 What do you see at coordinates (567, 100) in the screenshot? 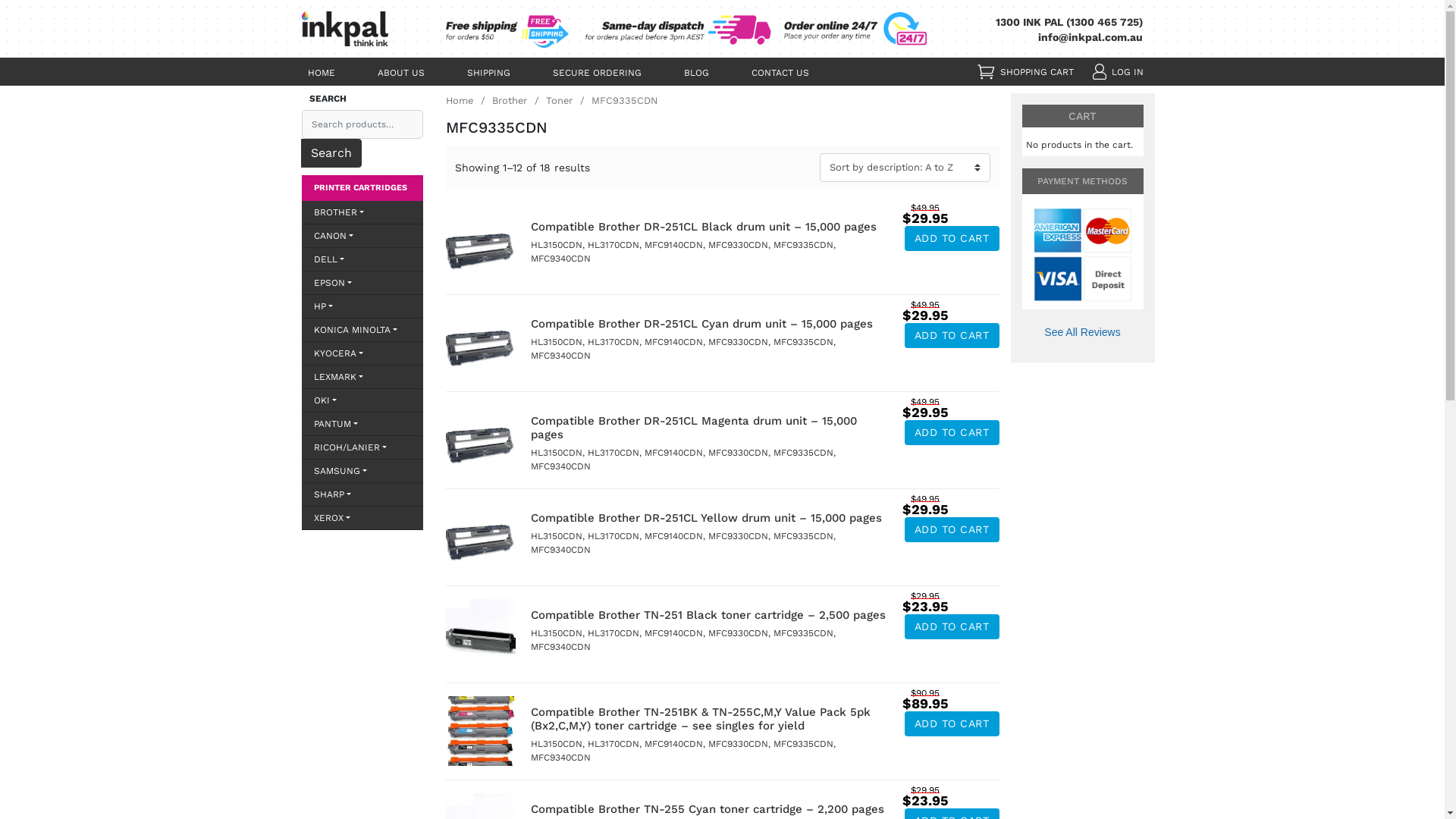
I see `'Toner'` at bounding box center [567, 100].